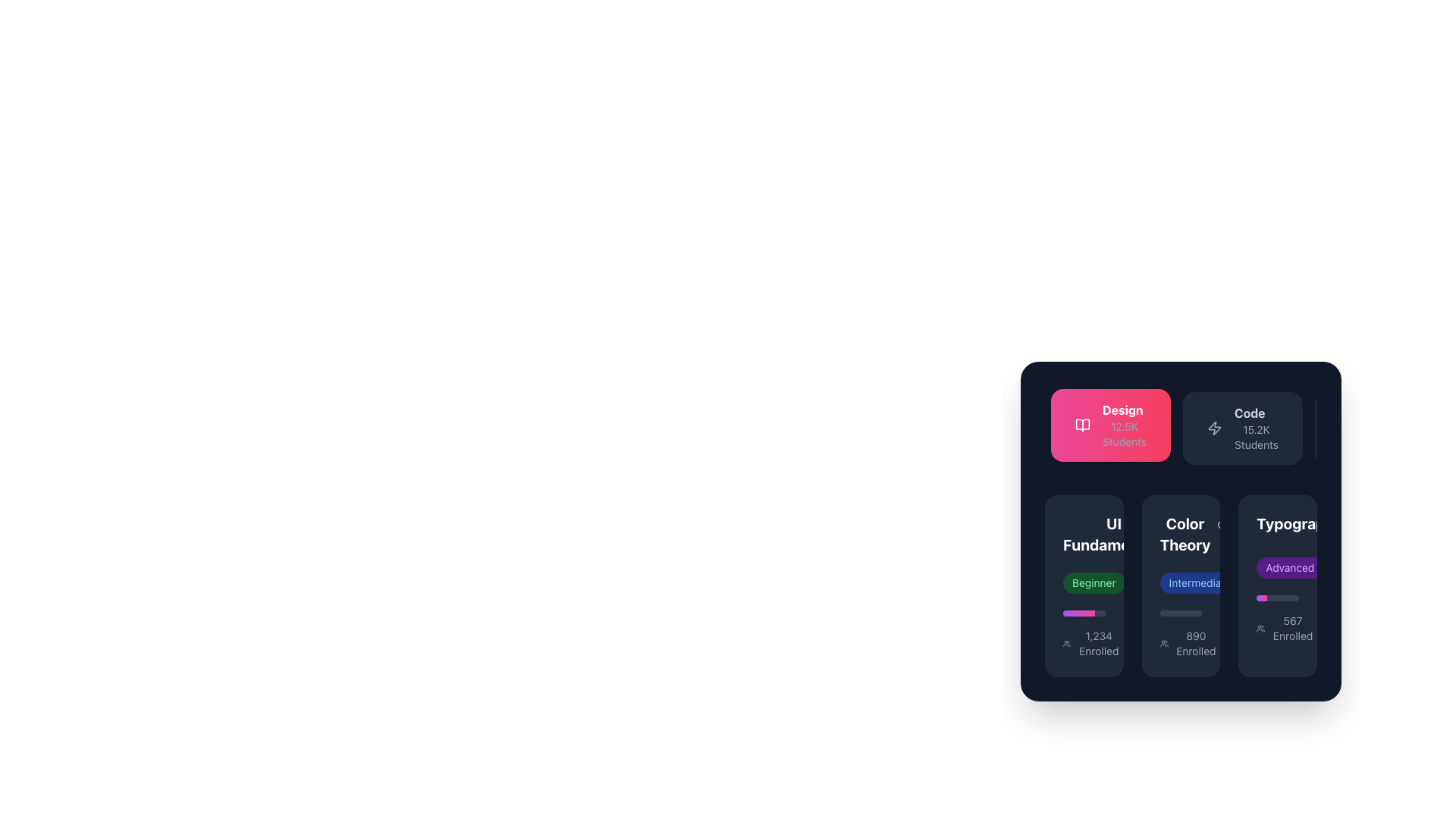 The width and height of the screenshot is (1456, 819). Describe the element at coordinates (1066, 643) in the screenshot. I see `the icon representing enrollment-related information, which is located to the left of the text '1,234 Enrolled.'` at that location.